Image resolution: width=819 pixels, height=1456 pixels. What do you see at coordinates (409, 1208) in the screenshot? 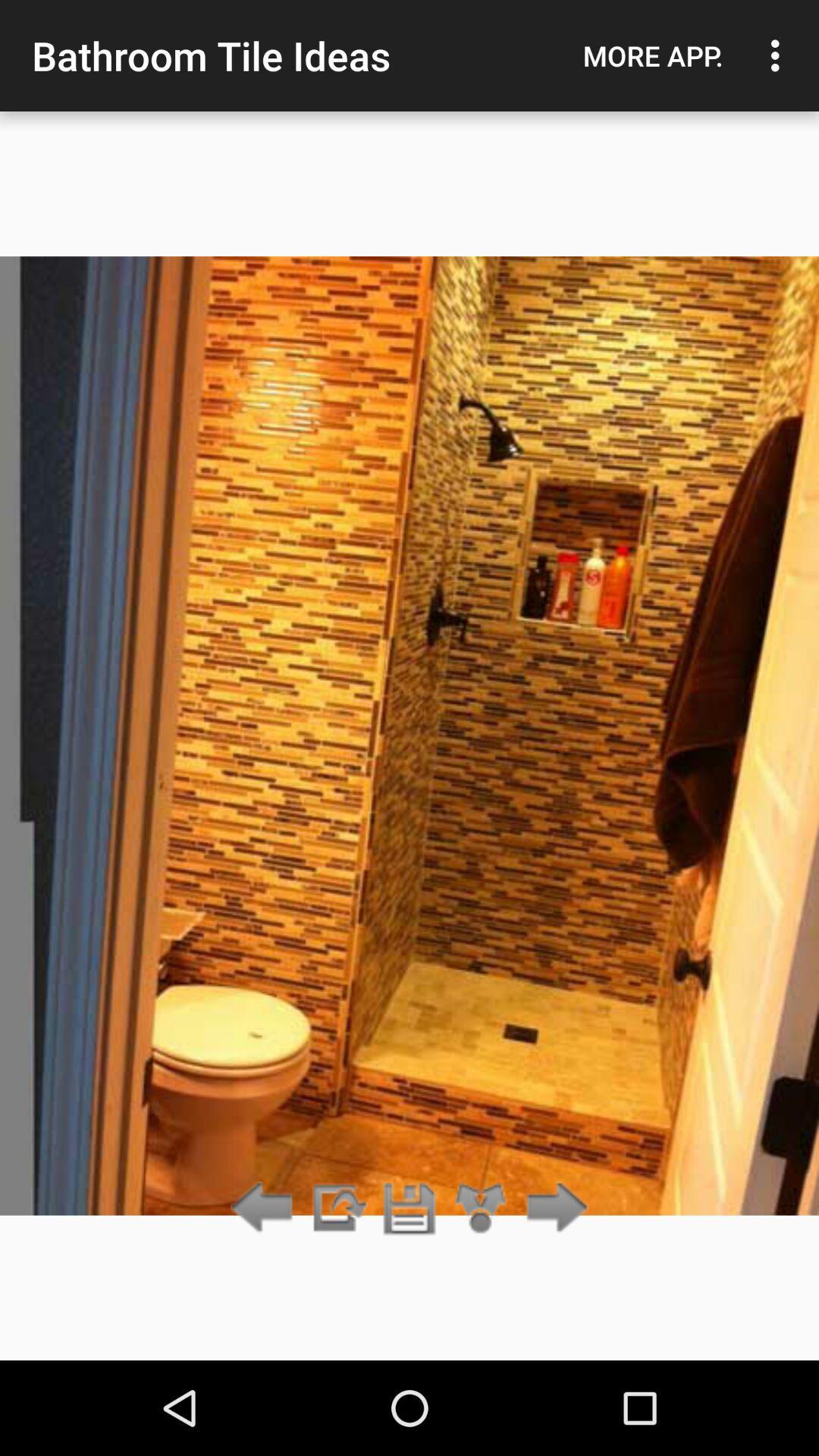
I see `save` at bounding box center [409, 1208].